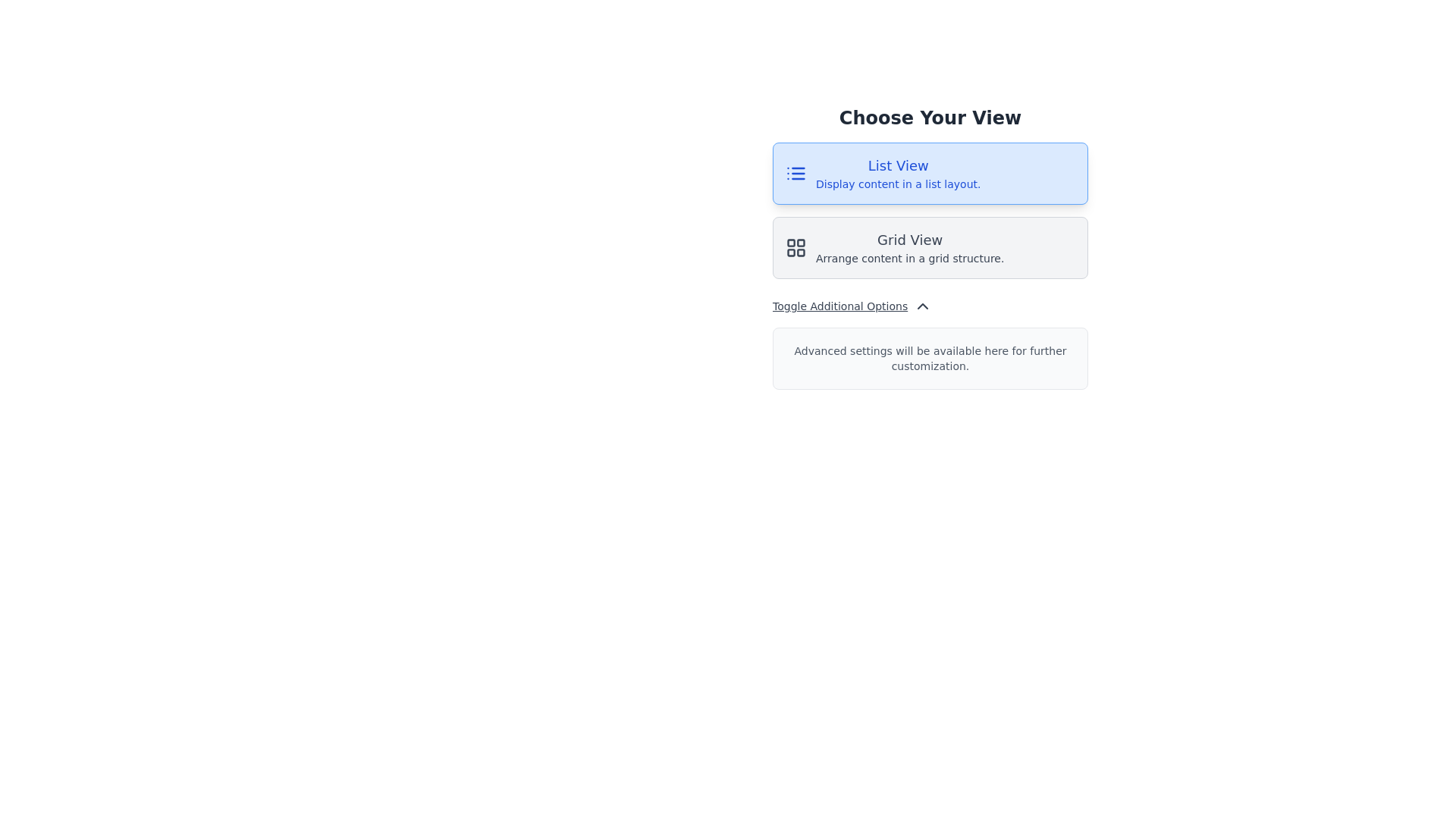 This screenshot has height=819, width=1456. Describe the element at coordinates (910, 239) in the screenshot. I see `the 'Grid View' label that indicates the selection option for arranging content in a grid format` at that location.